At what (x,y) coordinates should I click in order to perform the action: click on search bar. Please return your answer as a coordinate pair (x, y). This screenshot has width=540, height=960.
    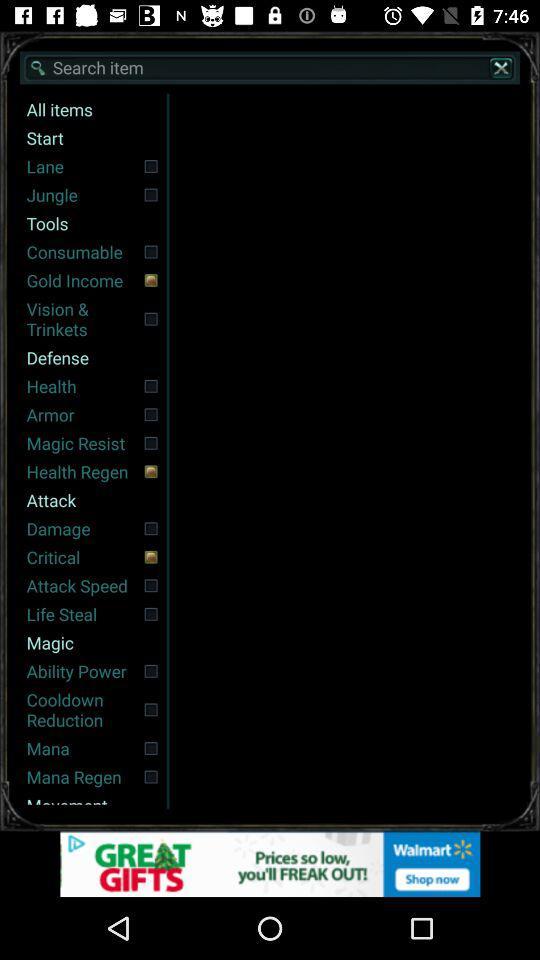
    Looking at the image, I should click on (270, 67).